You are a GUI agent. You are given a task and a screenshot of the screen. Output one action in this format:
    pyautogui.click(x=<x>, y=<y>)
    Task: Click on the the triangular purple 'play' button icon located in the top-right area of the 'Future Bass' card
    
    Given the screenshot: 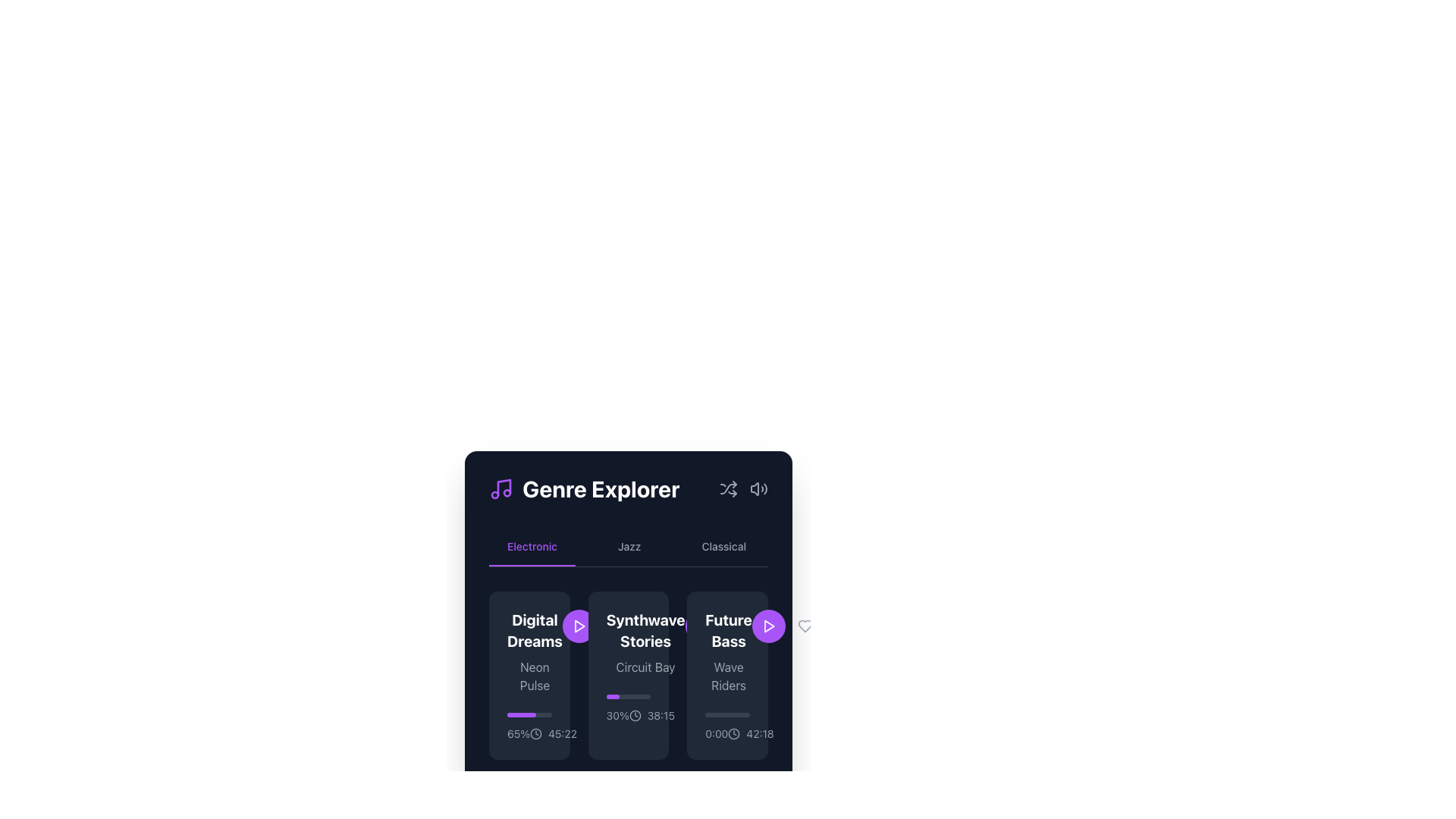 What is the action you would take?
    pyautogui.click(x=579, y=626)
    